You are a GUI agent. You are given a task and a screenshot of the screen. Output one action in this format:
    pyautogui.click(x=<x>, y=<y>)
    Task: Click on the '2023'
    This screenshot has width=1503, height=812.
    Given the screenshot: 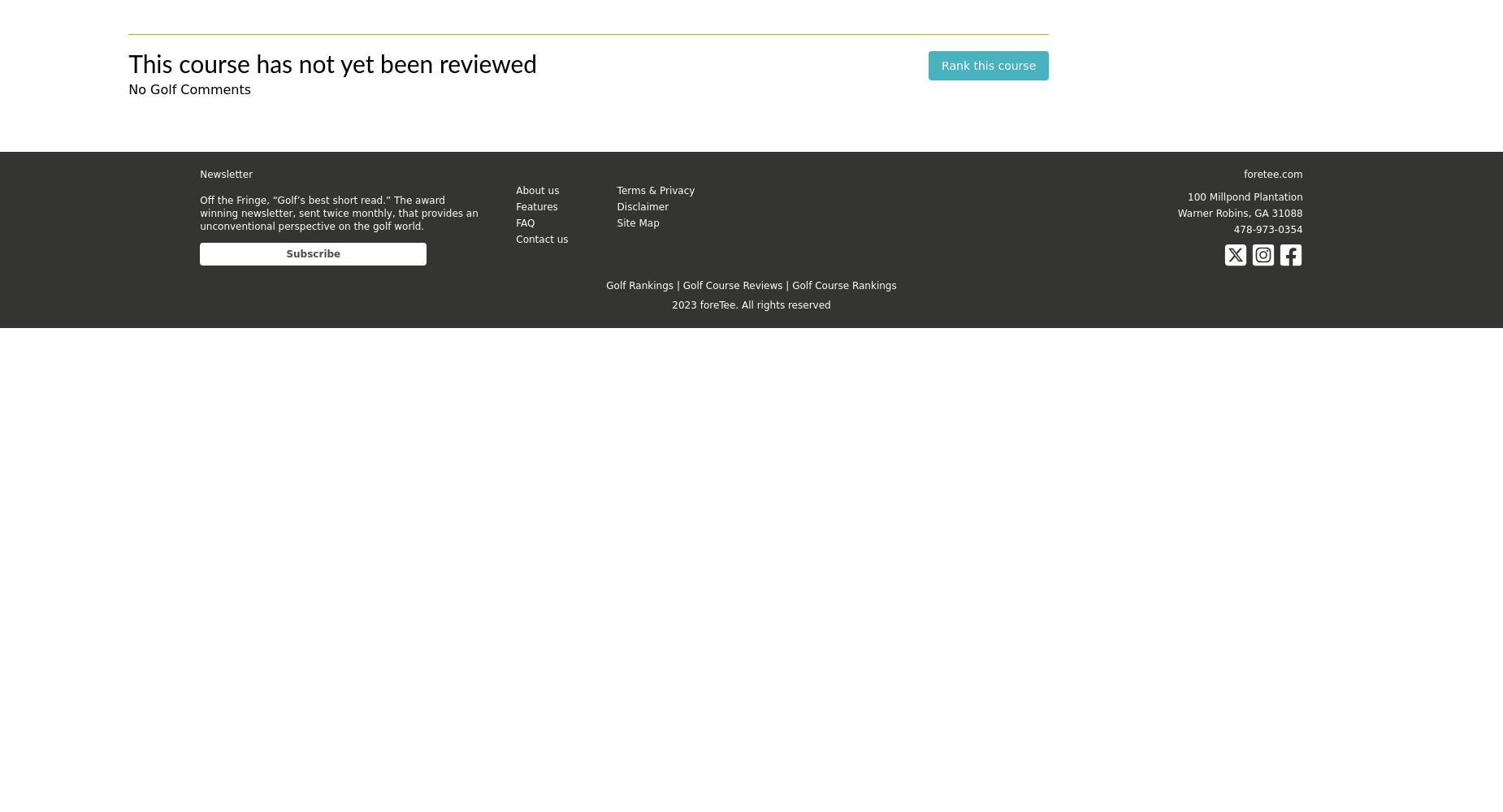 What is the action you would take?
    pyautogui.click(x=683, y=304)
    